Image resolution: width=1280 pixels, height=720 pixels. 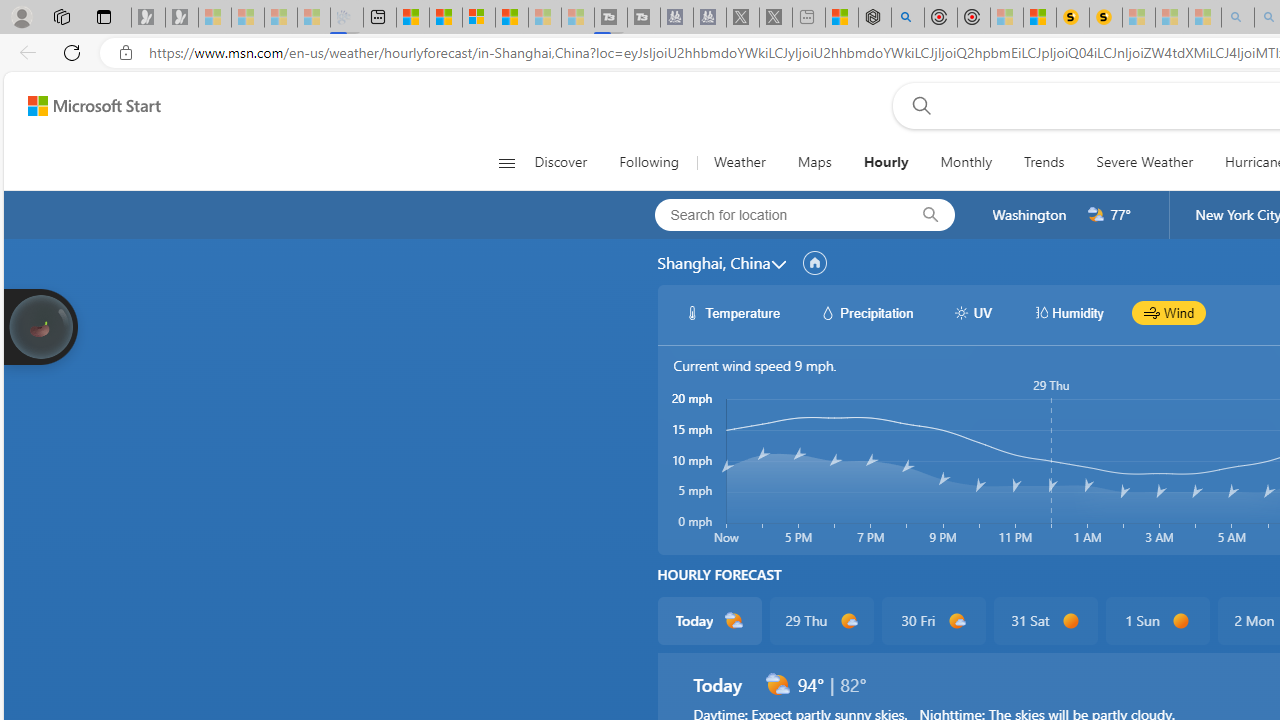 I want to click on 'Maps', so click(x=814, y=162).